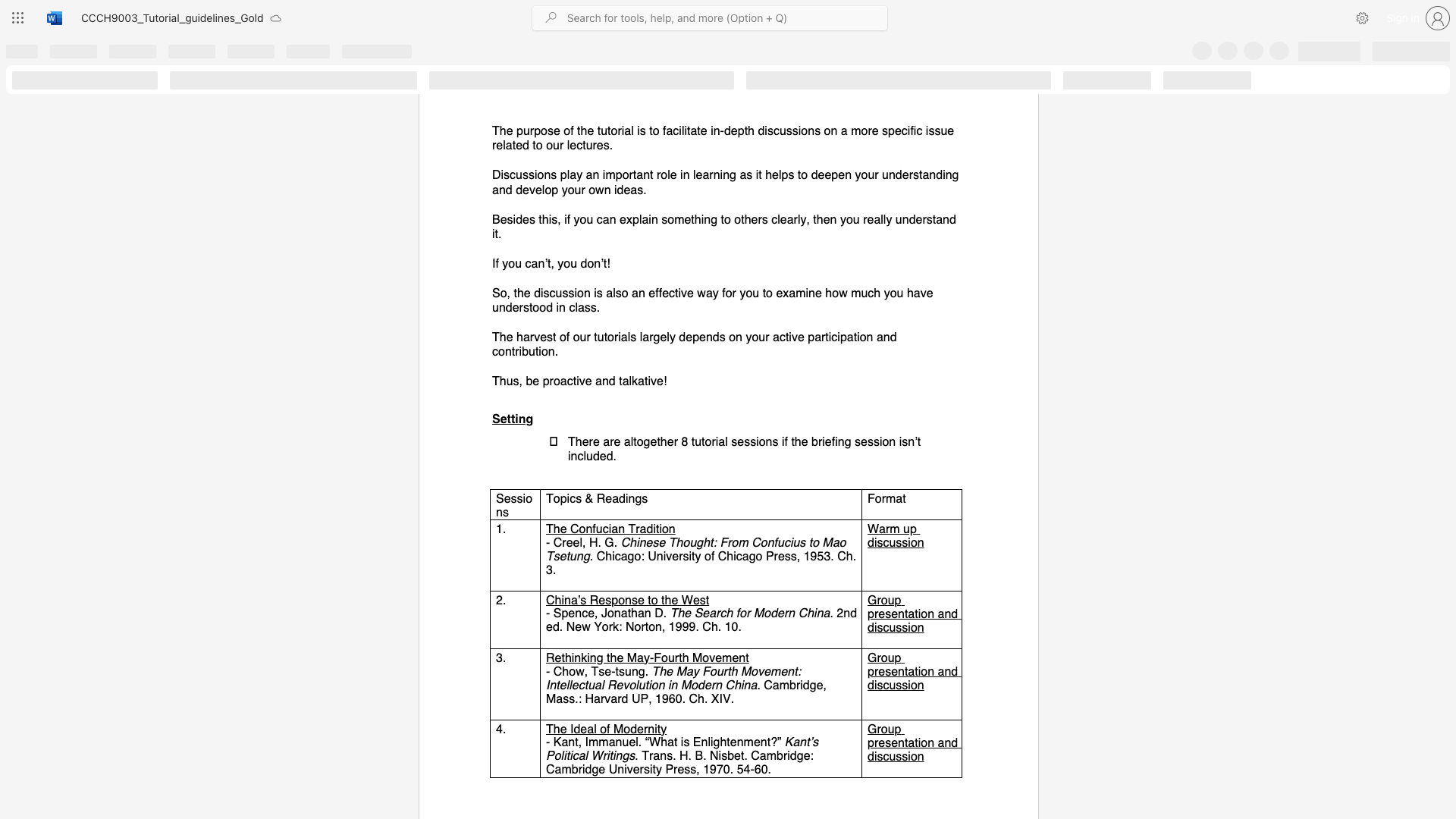  What do you see at coordinates (535, 262) in the screenshot?
I see `the 1th character "a" in the text` at bounding box center [535, 262].